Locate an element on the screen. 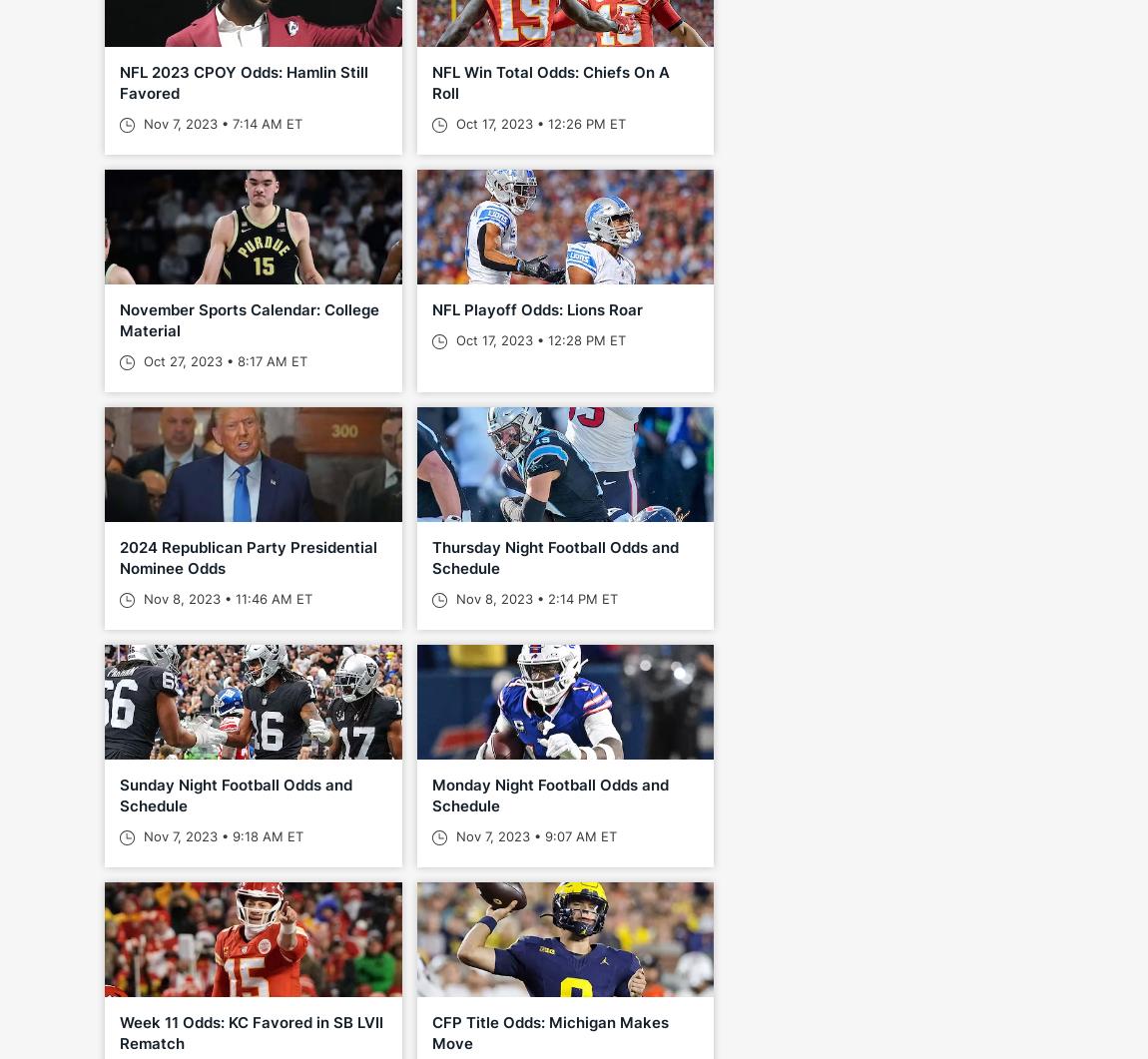 This screenshot has height=1059, width=1148. 'Nov 7, 2023 • 9:18 AM ET' is located at coordinates (220, 835).